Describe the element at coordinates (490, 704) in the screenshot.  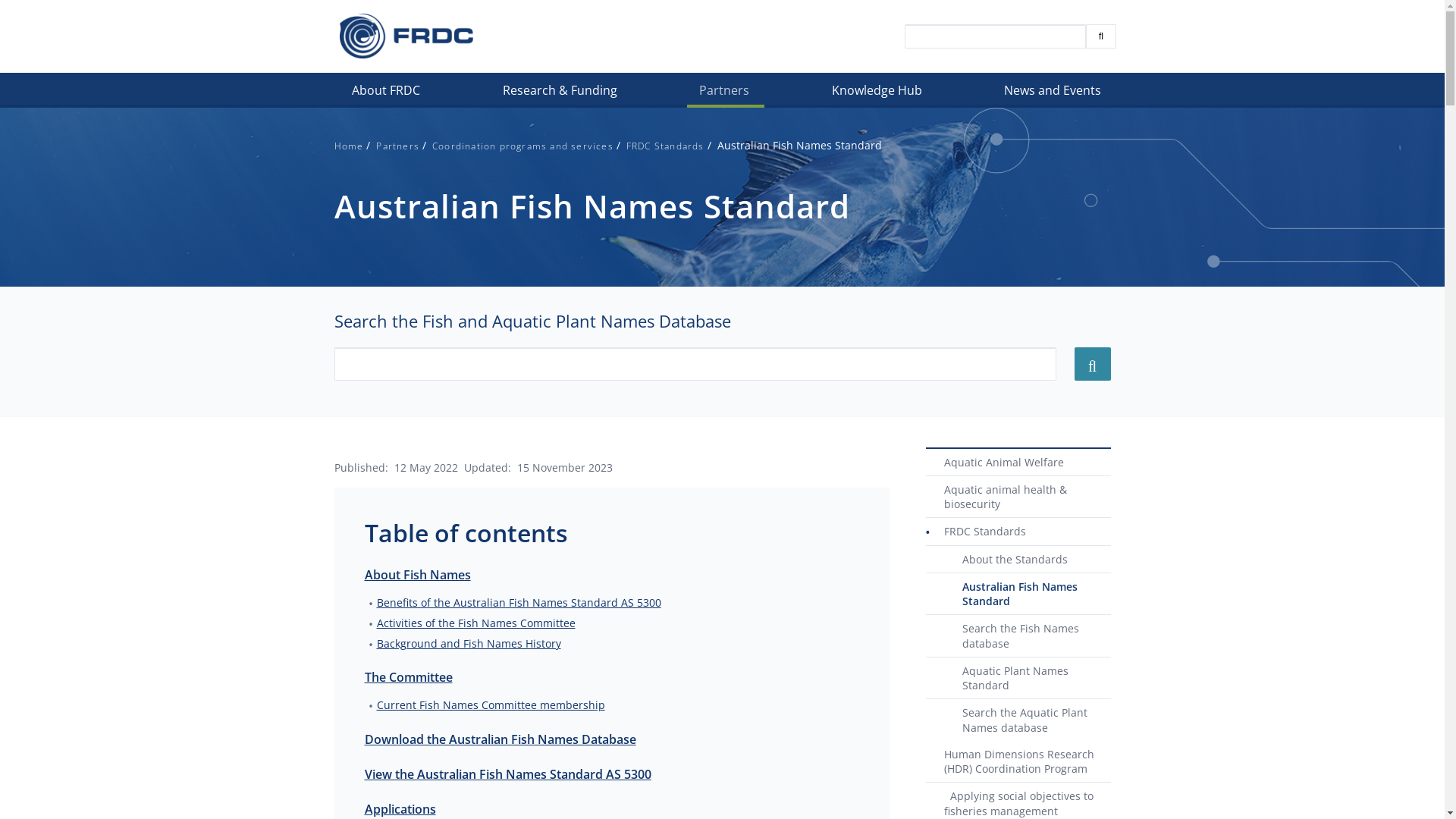
I see `'Current Fish Names Committee membership'` at that location.